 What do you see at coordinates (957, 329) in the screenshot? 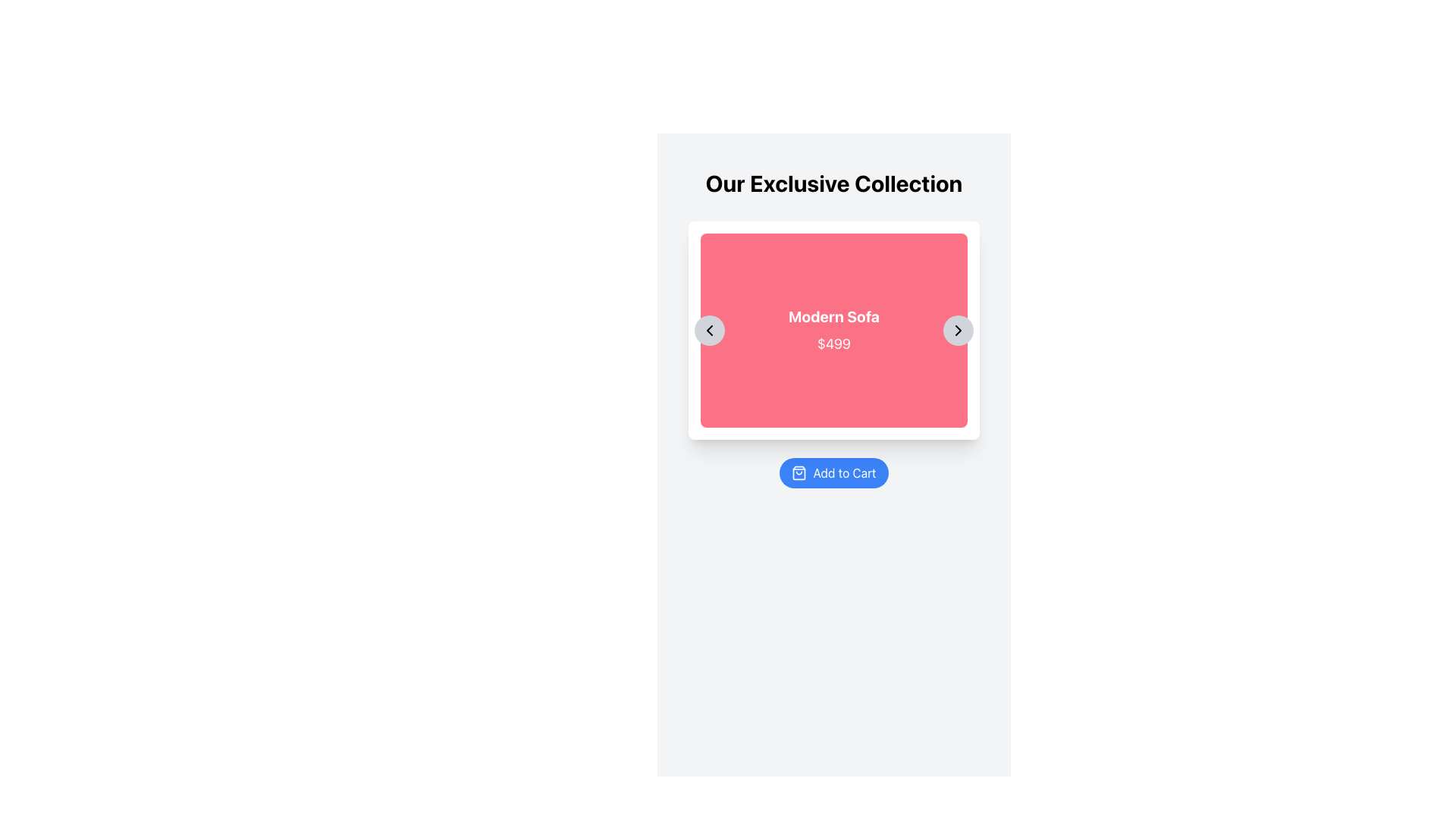
I see `the small right-pointing chevron icon located within the circular button on the middle-right side of the pink card displaying product details for 'Modern Sofa' priced at '$499'` at bounding box center [957, 329].